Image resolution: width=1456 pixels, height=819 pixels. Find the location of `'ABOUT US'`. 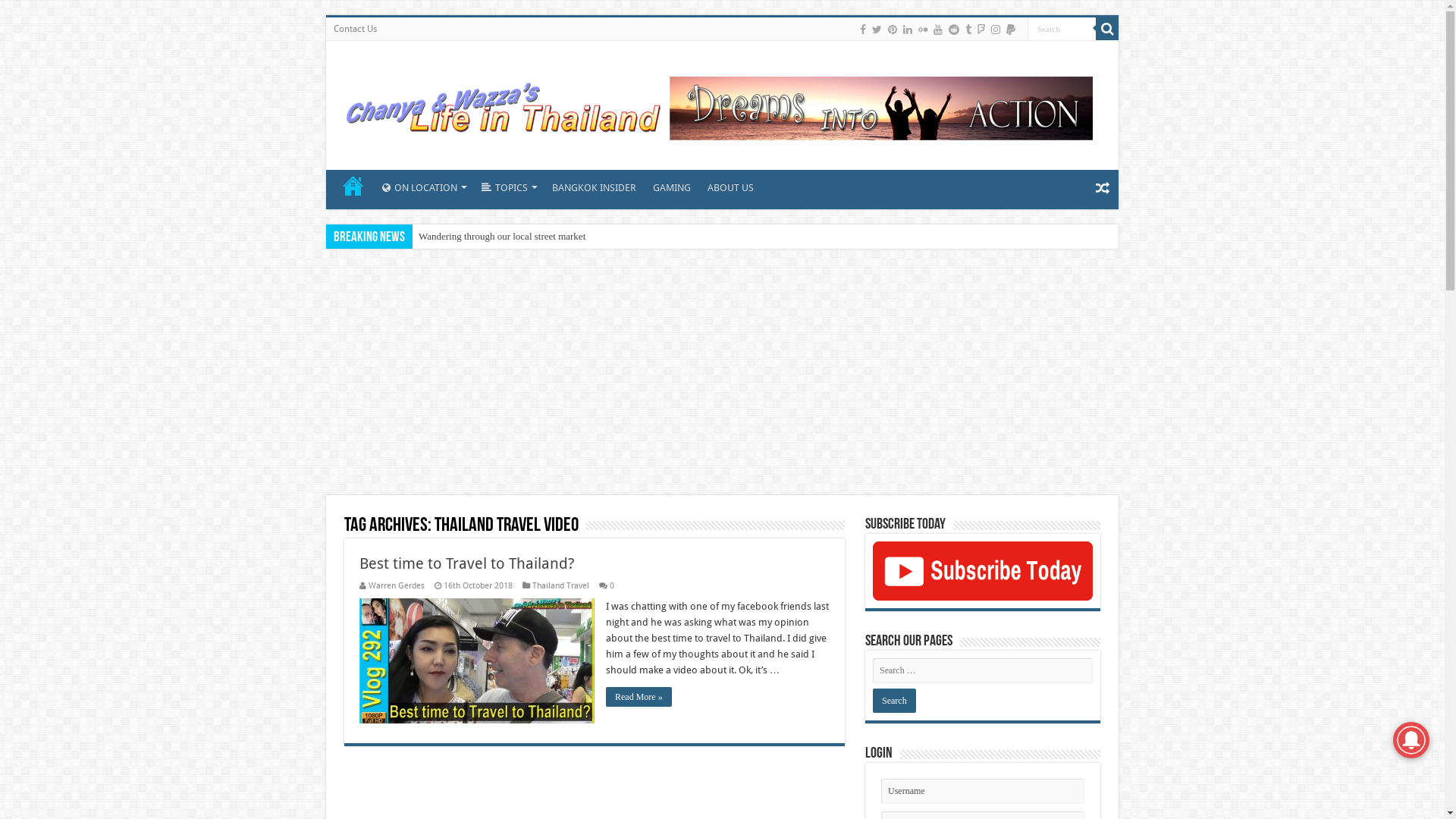

'ABOUT US' is located at coordinates (698, 185).